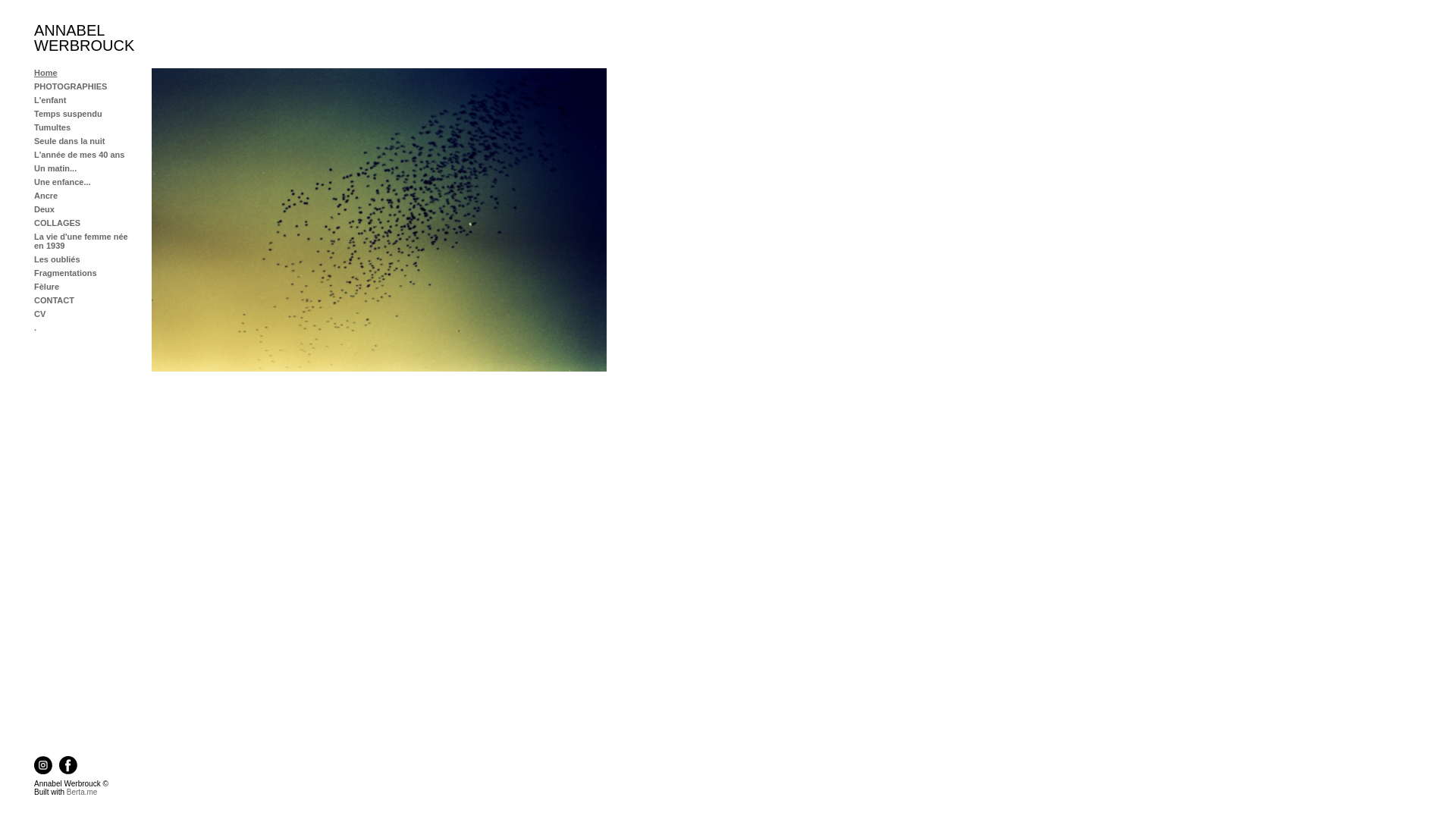 This screenshot has width=1456, height=819. I want to click on 'Tumultes', so click(33, 127).